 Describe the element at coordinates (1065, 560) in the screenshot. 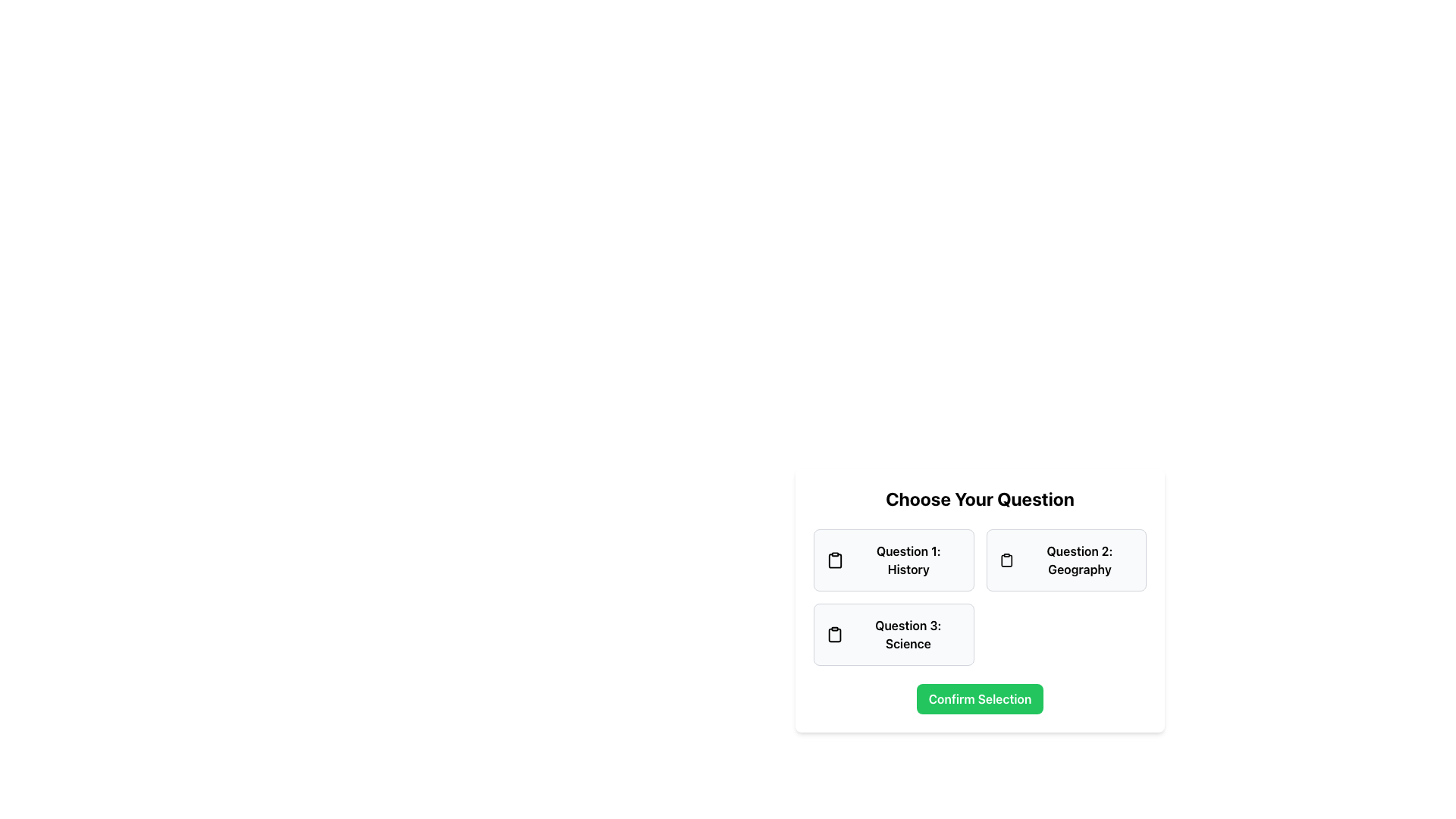

I see `the button labeled 'Question 2: Geography'` at that location.